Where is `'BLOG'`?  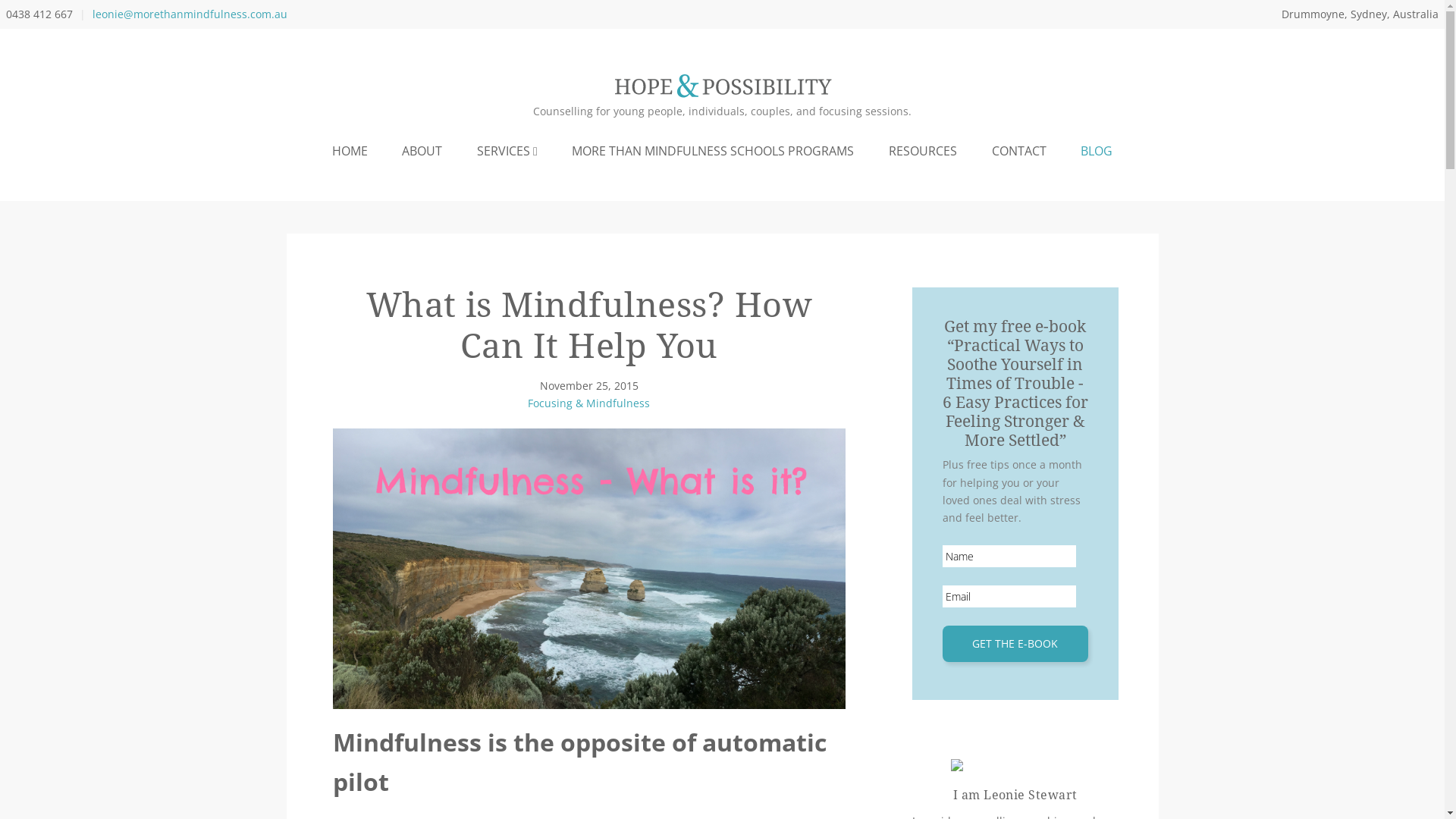 'BLOG' is located at coordinates (1063, 150).